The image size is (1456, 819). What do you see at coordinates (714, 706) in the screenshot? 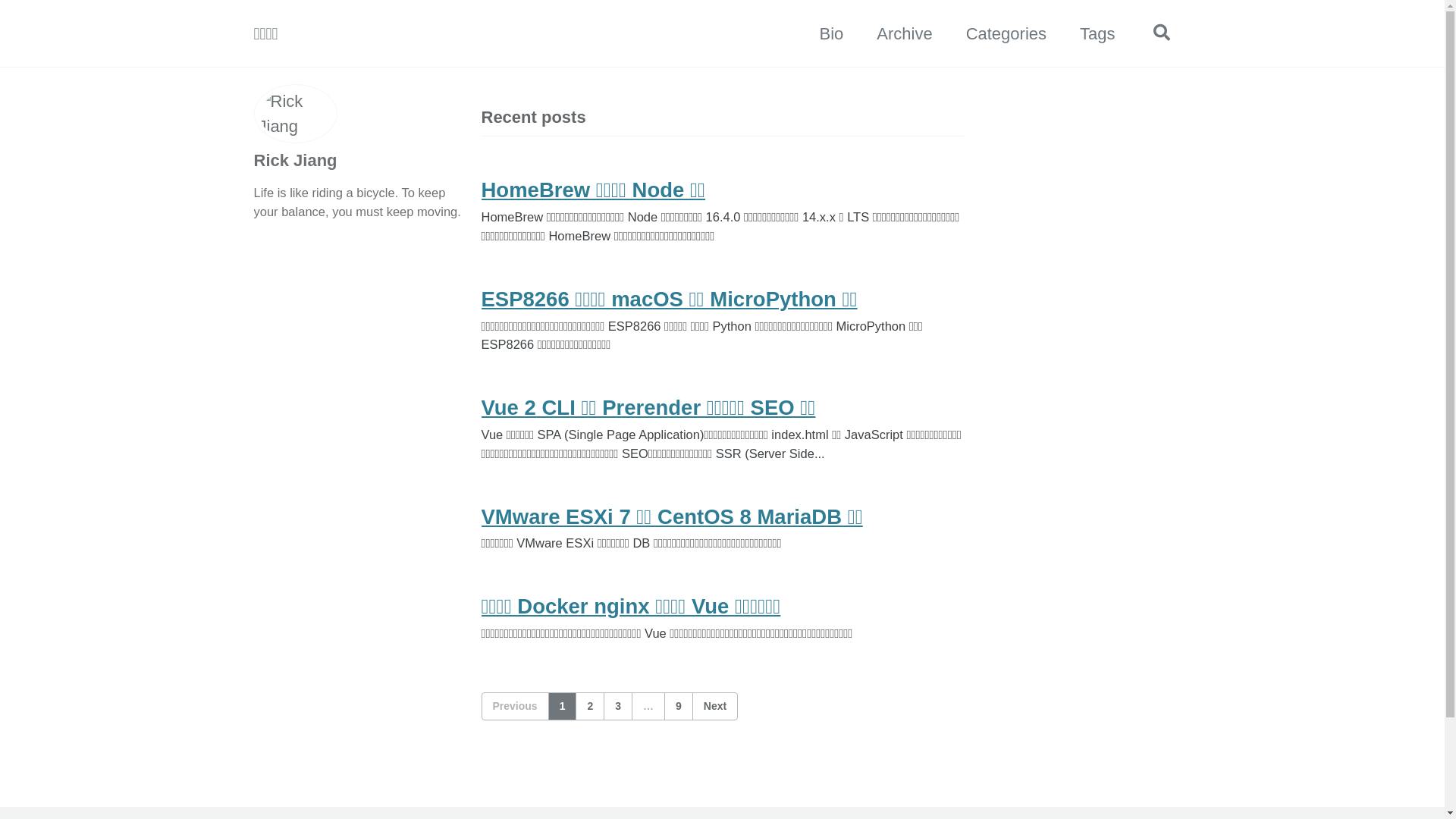
I see `'Next'` at bounding box center [714, 706].